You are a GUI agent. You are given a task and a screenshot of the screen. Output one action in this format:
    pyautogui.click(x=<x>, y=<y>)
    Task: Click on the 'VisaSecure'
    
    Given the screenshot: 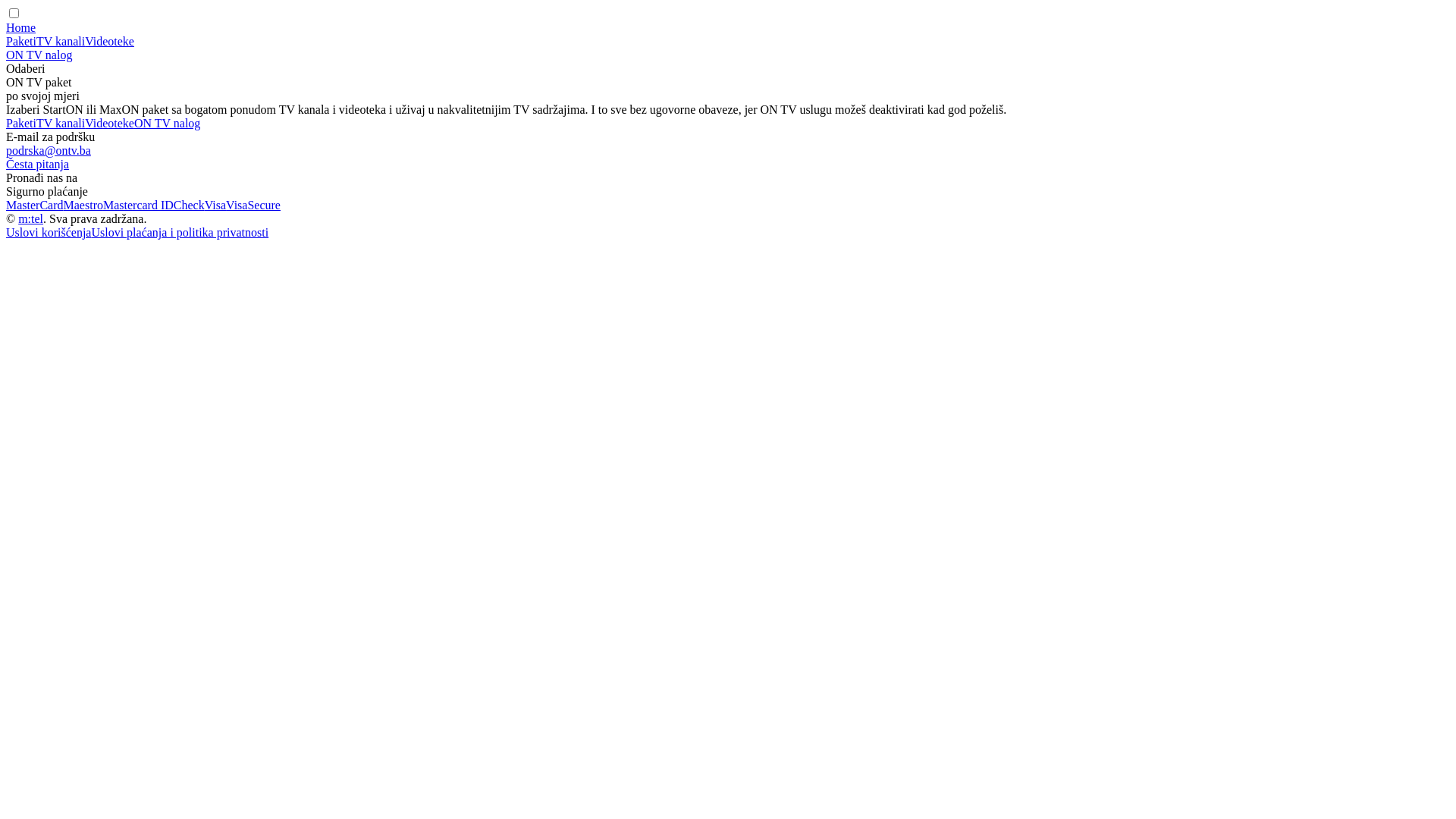 What is the action you would take?
    pyautogui.click(x=253, y=205)
    